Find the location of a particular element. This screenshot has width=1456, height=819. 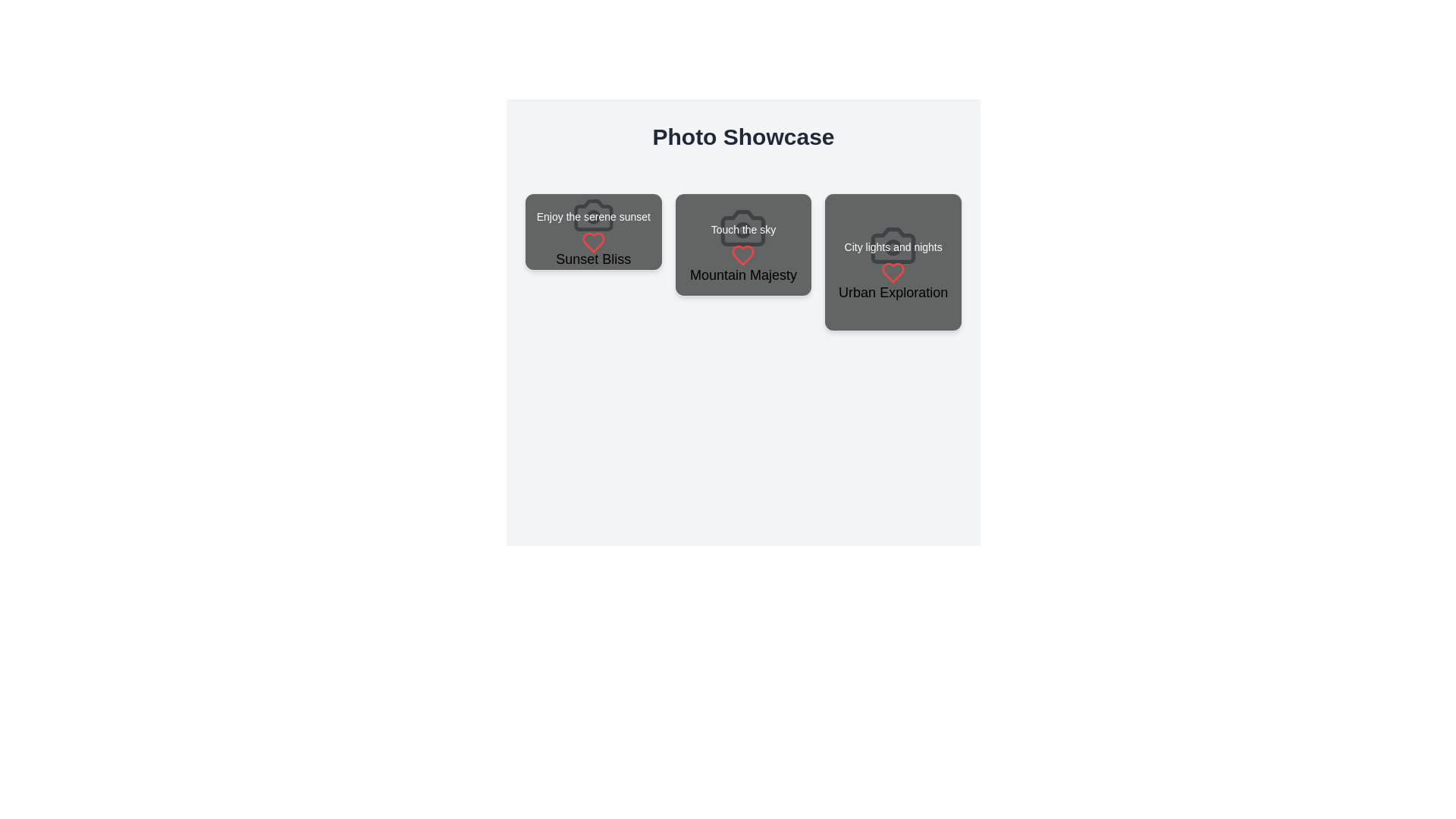

the camera icon representing photography content in the 'Urban Exploration' section, located above the text 'City lights and nights' is located at coordinates (893, 244).